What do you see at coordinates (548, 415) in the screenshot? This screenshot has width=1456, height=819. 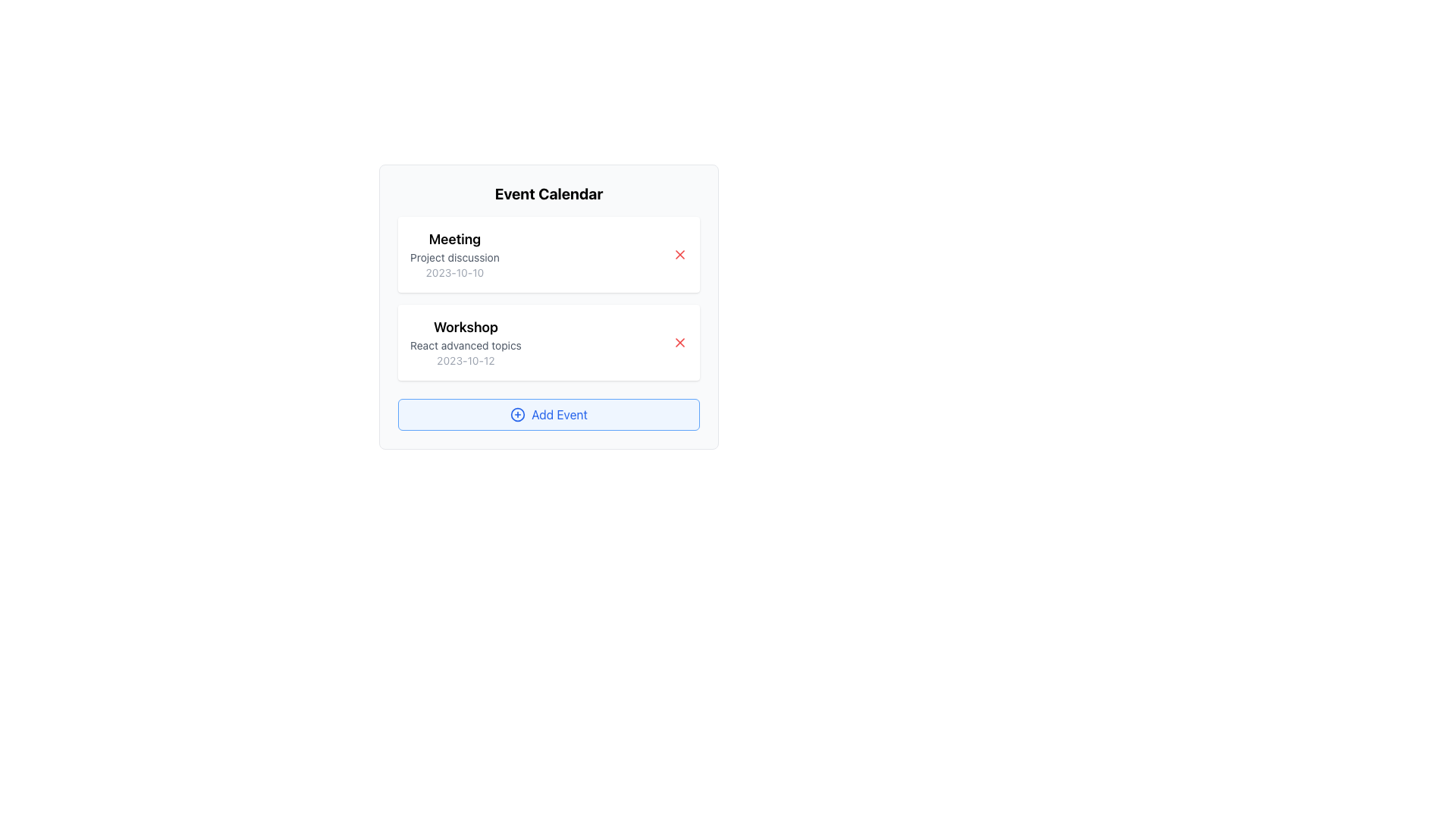 I see `the 'Add New Event' button located at the bottom of the 'Event Calendar' card` at bounding box center [548, 415].